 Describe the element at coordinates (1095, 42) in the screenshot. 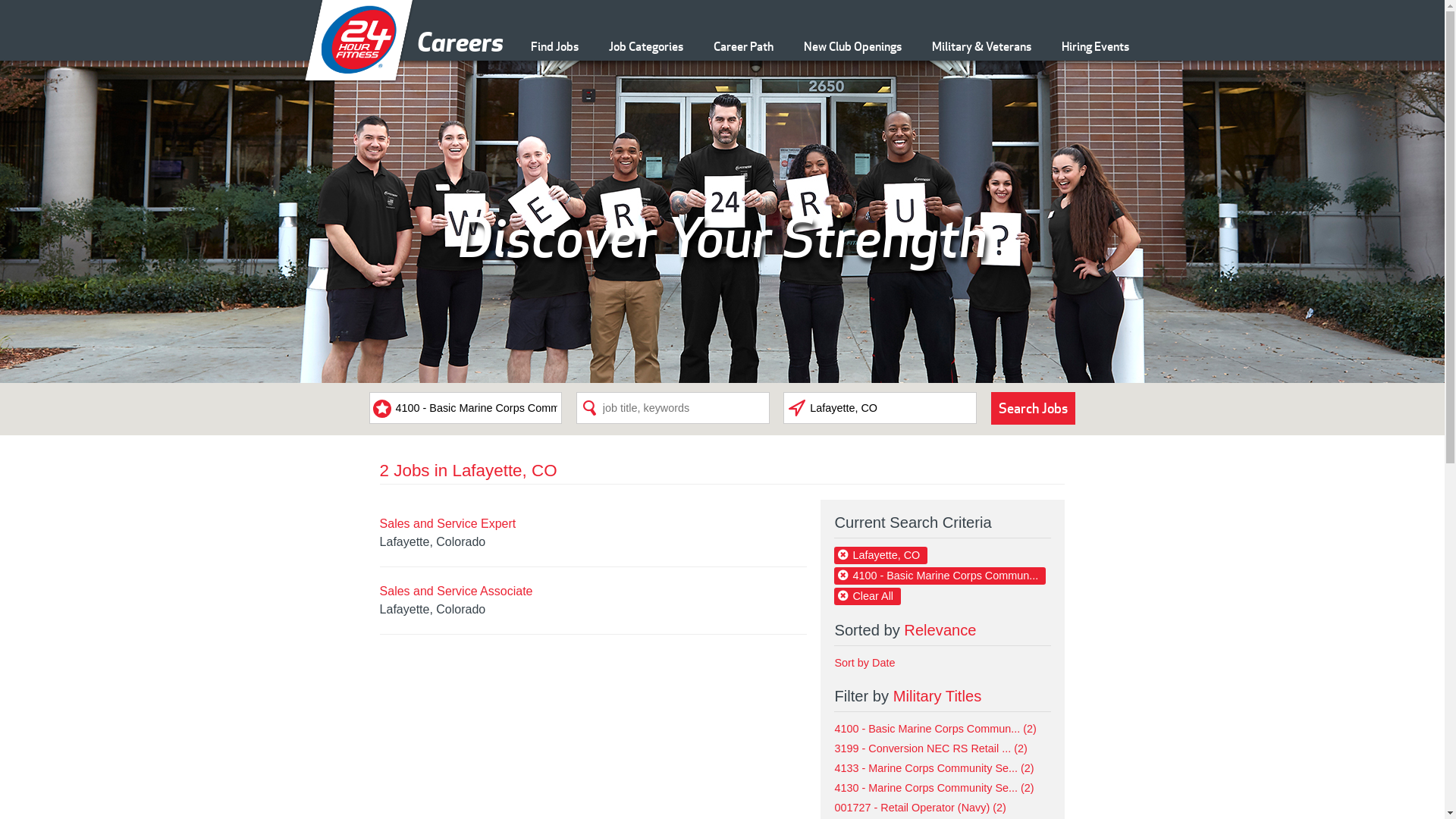

I see `'Hiring Events'` at that location.